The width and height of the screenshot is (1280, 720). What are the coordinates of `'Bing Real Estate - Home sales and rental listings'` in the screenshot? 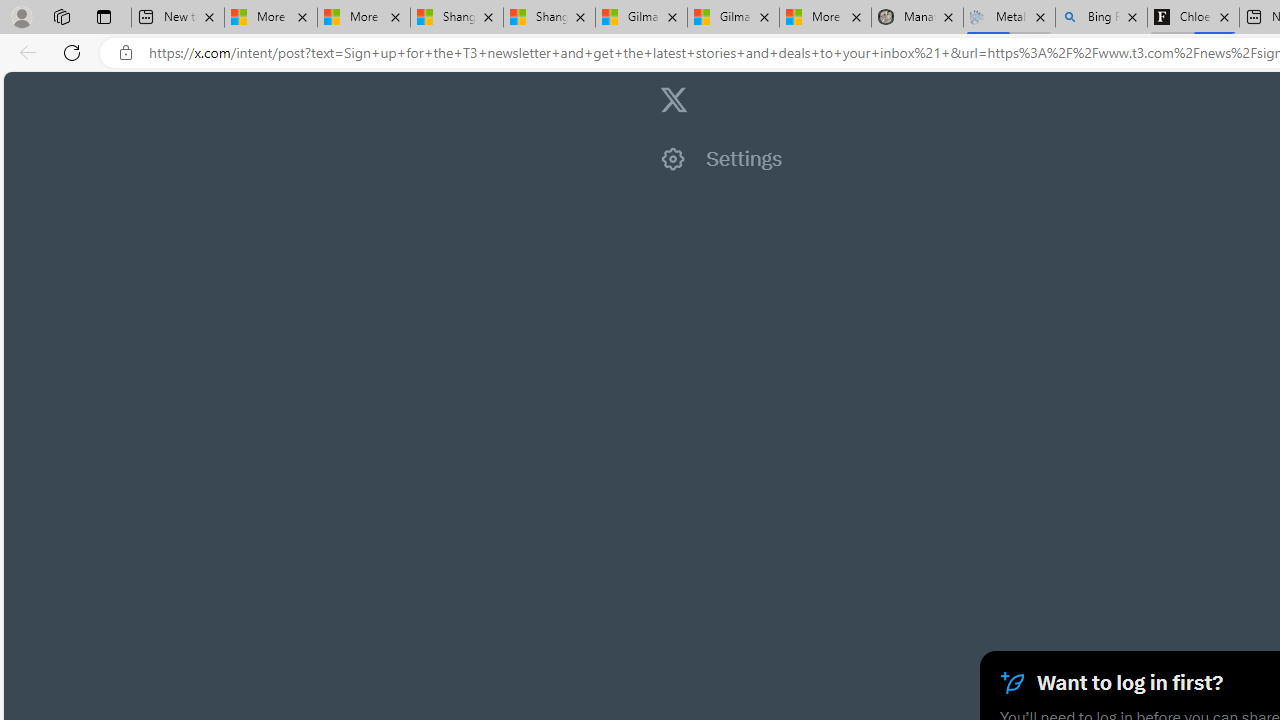 It's located at (1100, 17).